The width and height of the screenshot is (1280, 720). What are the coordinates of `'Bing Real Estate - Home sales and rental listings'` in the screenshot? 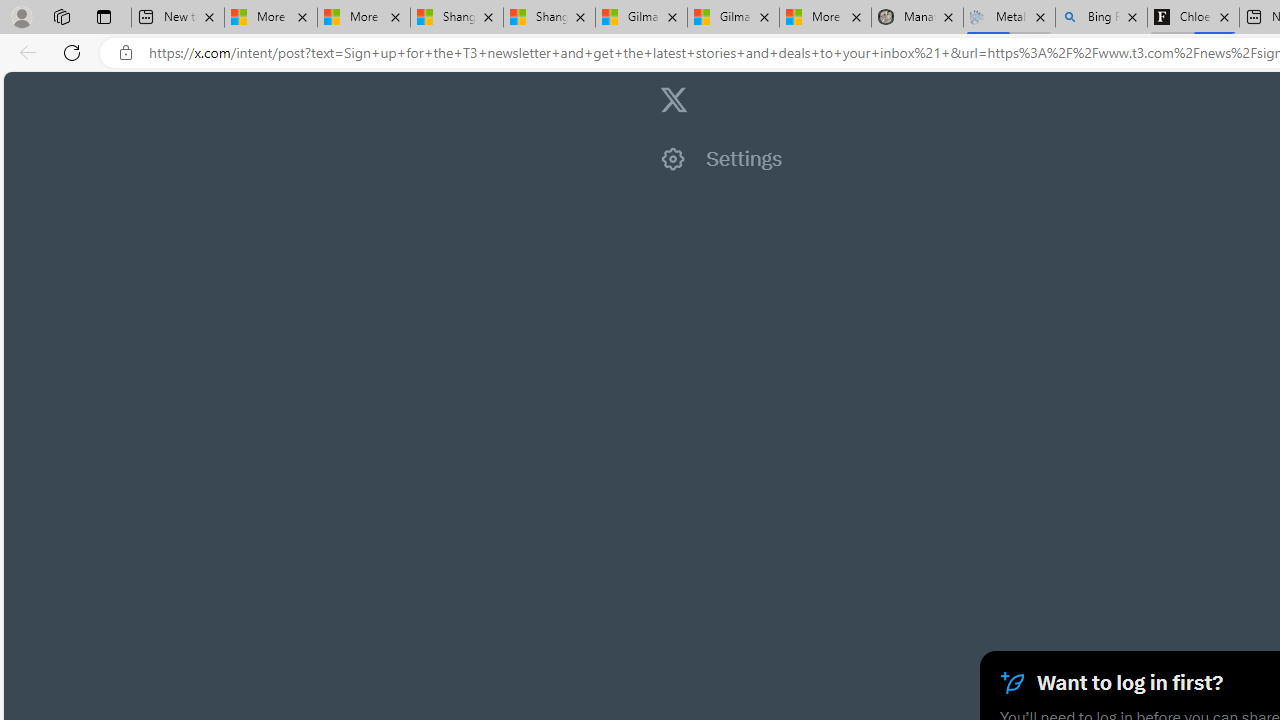 It's located at (1100, 17).